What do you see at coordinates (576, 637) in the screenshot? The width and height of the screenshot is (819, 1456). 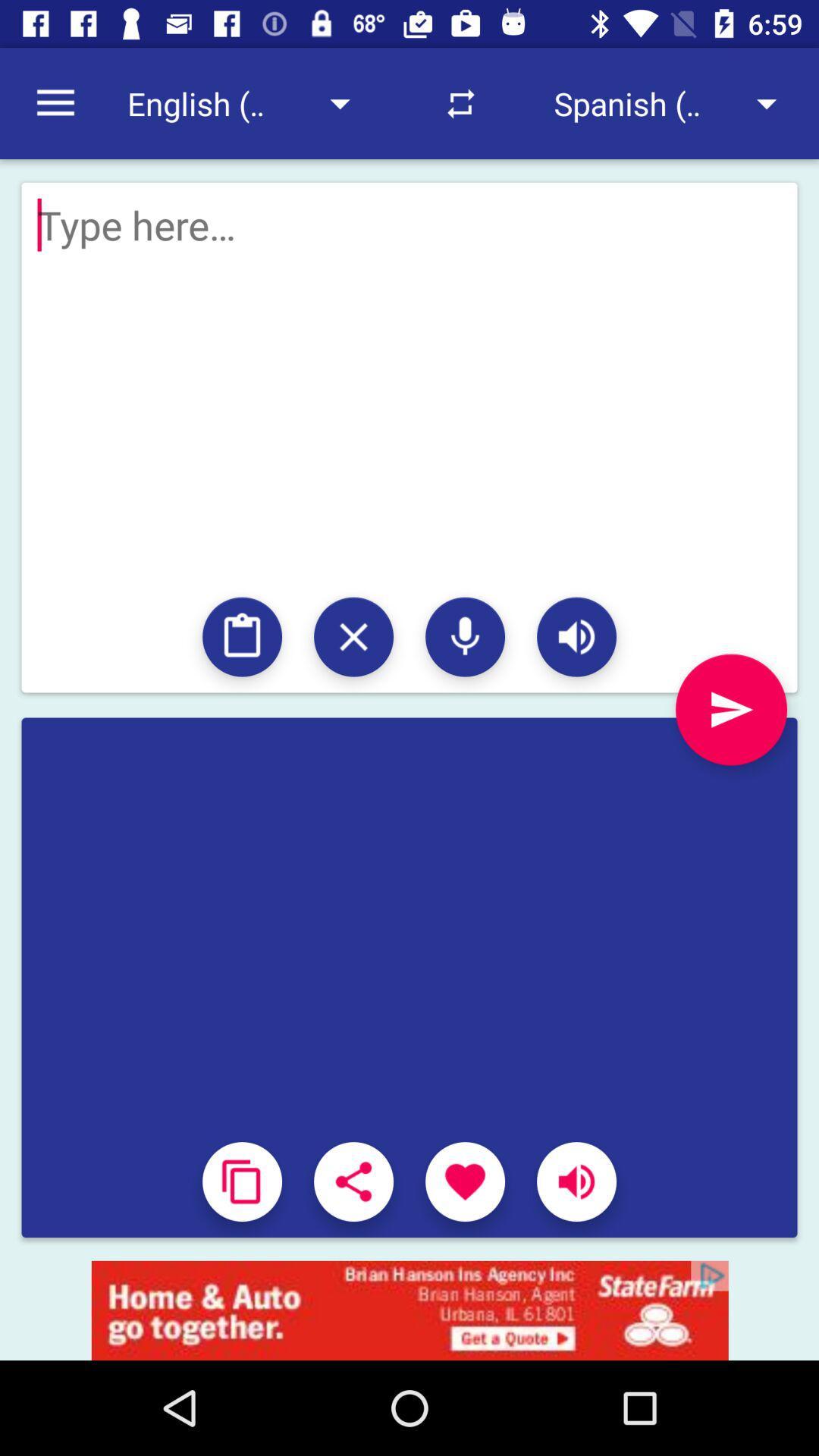 I see `sound` at bounding box center [576, 637].